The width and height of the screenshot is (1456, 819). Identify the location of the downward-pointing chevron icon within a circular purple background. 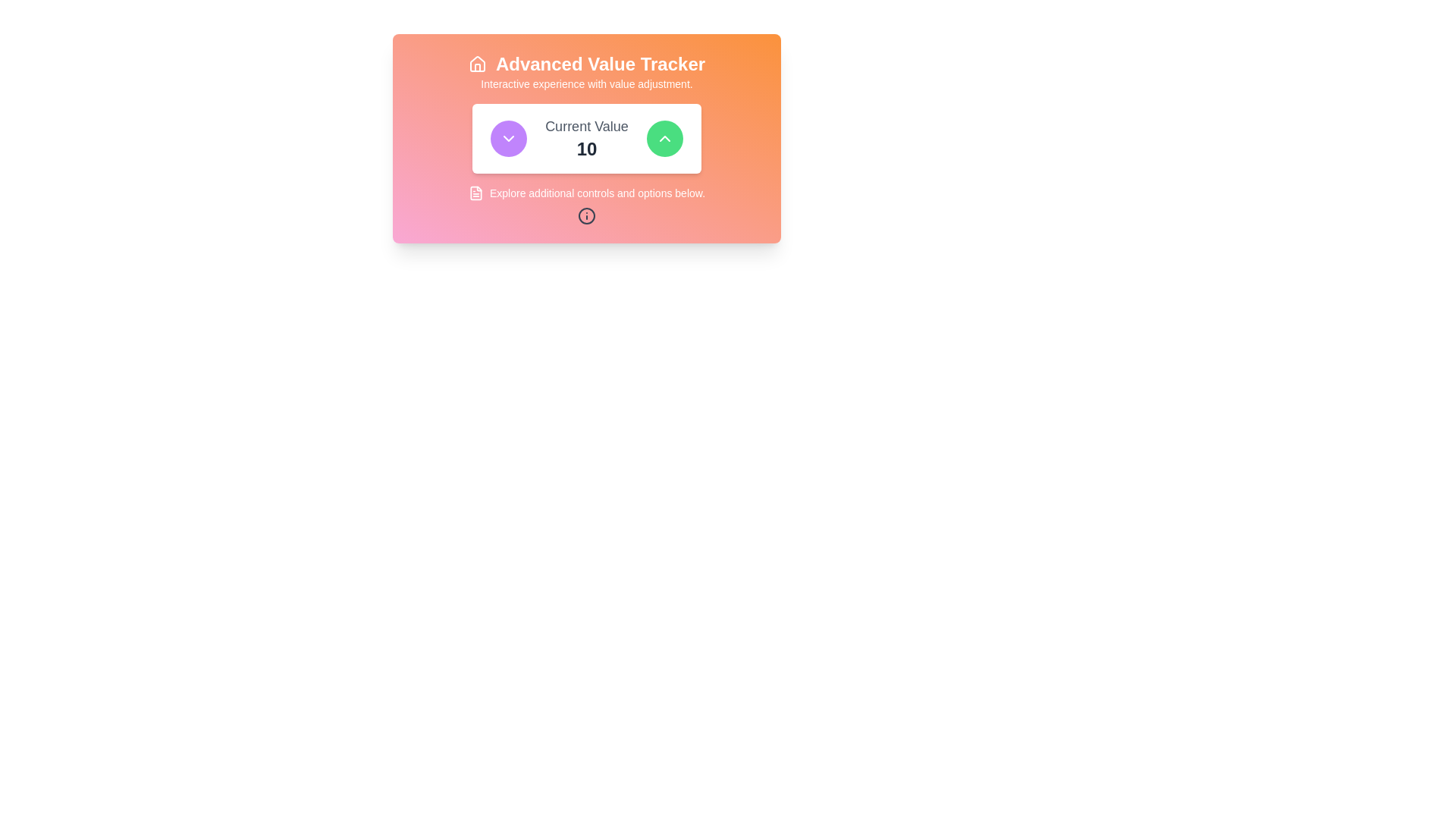
(509, 138).